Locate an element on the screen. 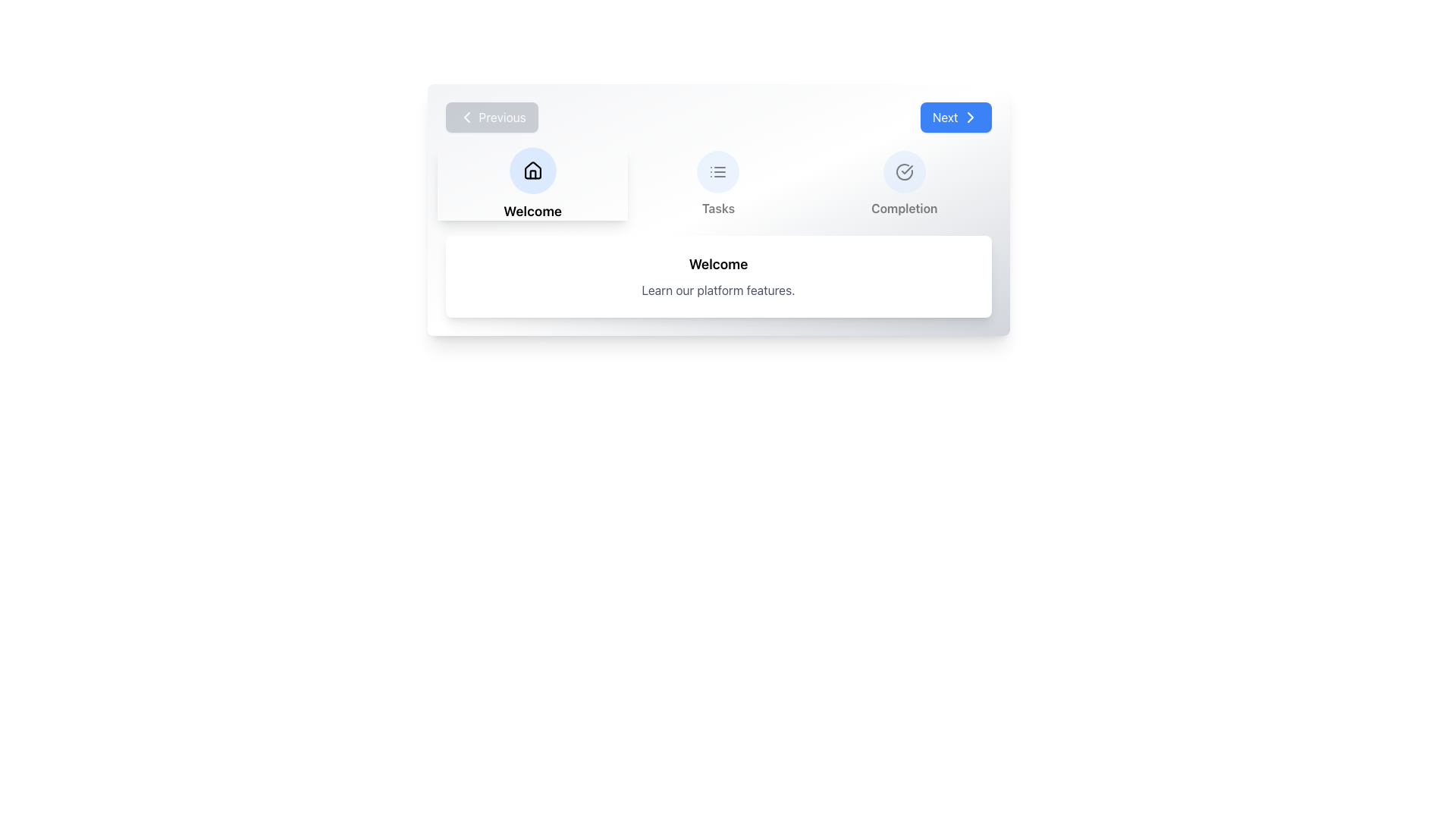 Image resolution: width=1456 pixels, height=819 pixels. text label that contains 'Completion', positioned beneath the checkmark icon in the navigation row is located at coordinates (904, 208).